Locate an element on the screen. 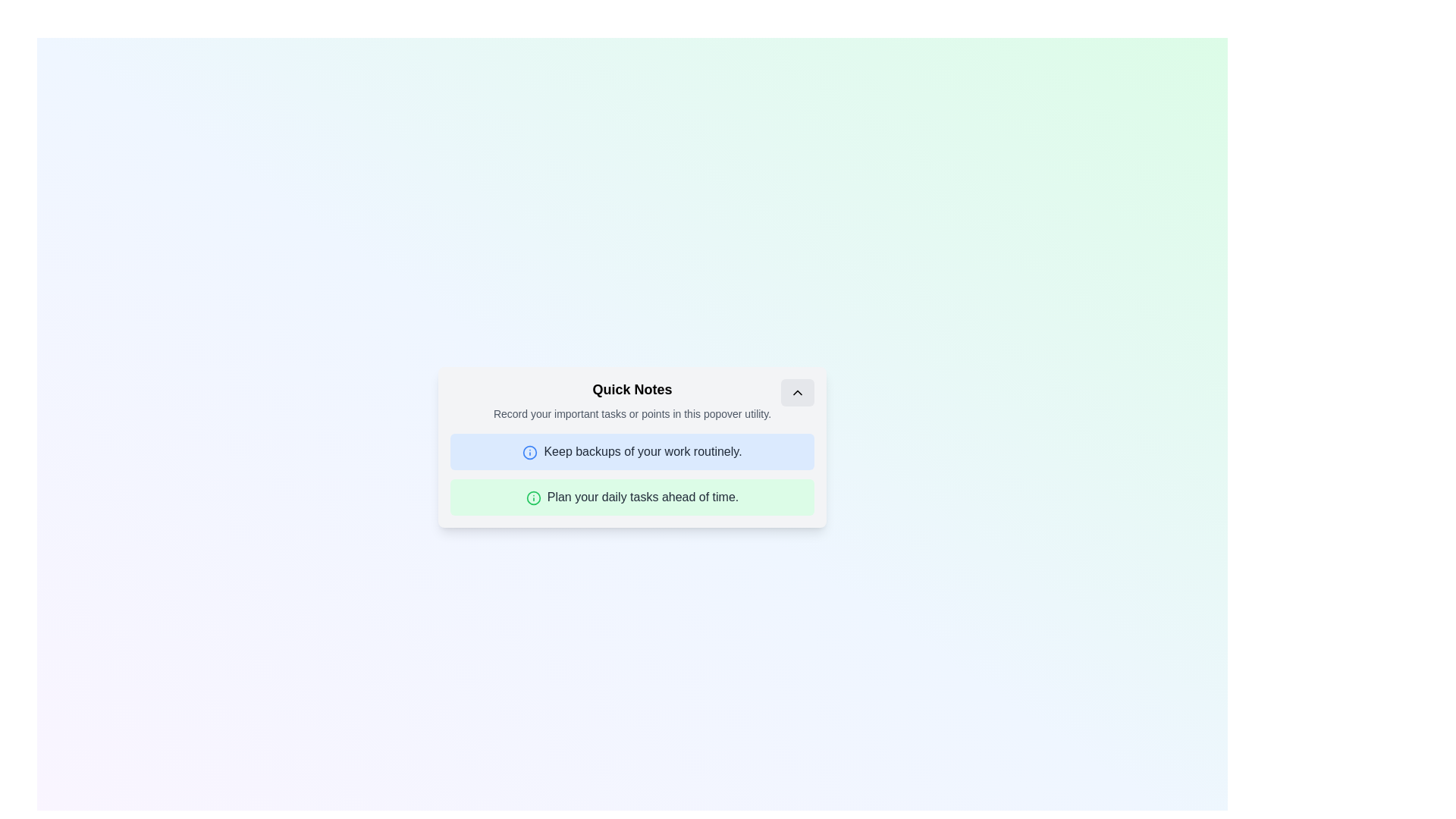 The height and width of the screenshot is (819, 1456). the Heading text block at the top of the panel to use it for navigation in the interface is located at coordinates (632, 388).